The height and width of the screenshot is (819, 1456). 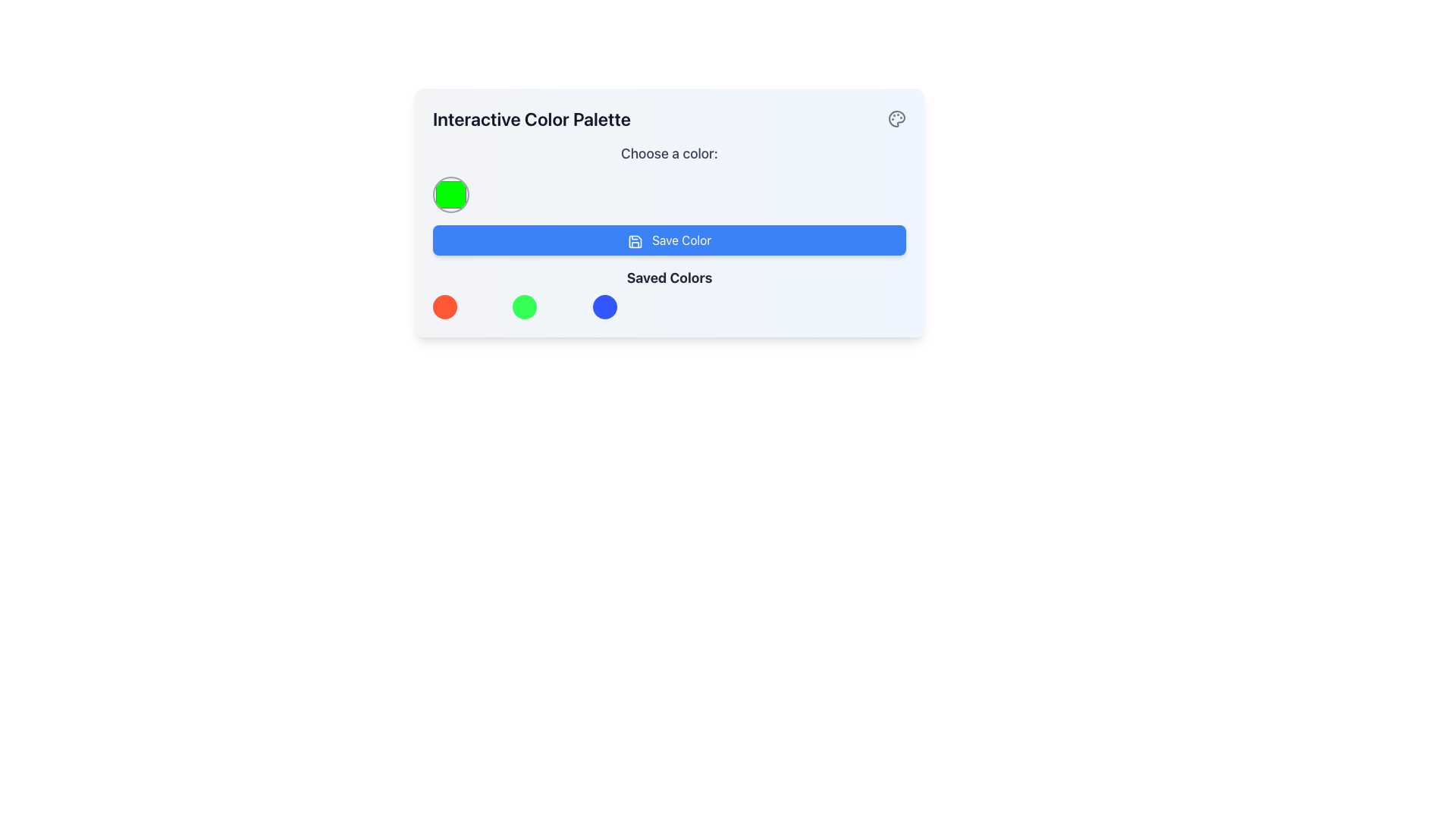 I want to click on the first circular color selector with a green fill color located below 'Choose a color:', so click(x=450, y=194).